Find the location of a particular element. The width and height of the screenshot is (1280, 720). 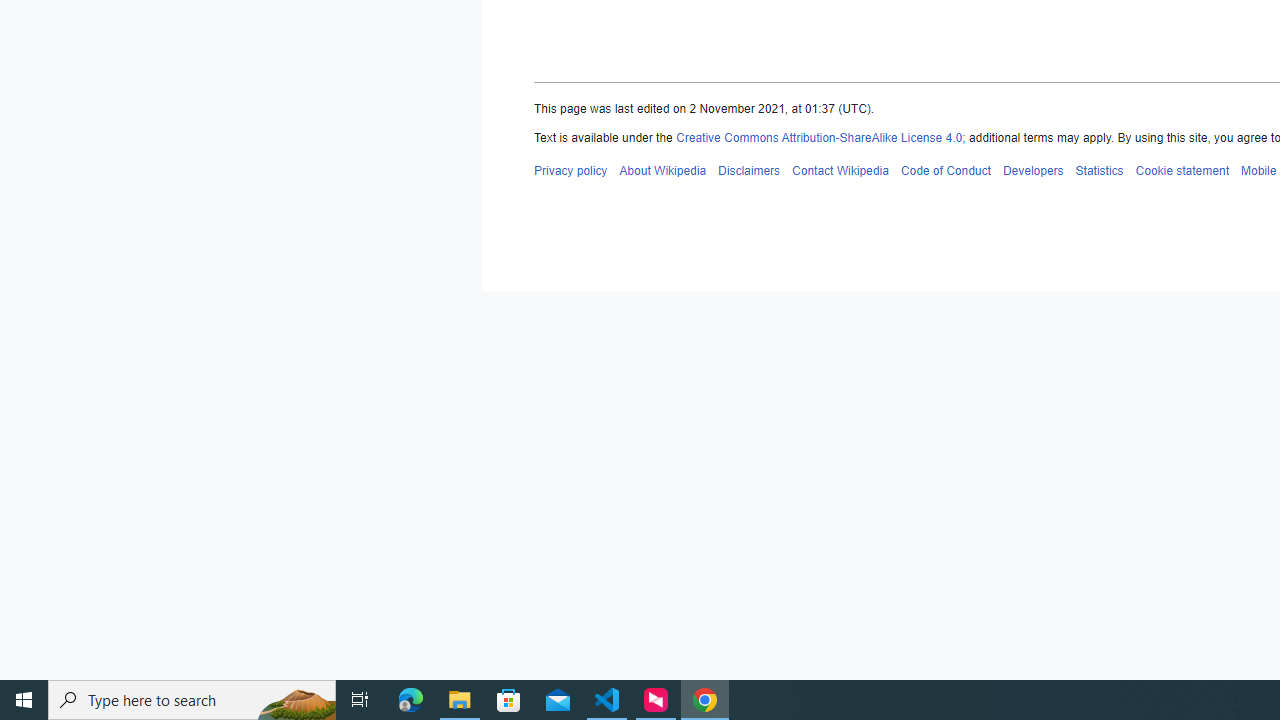

'Creative Commons Attribution-ShareAlike License 4.0' is located at coordinates (819, 137).